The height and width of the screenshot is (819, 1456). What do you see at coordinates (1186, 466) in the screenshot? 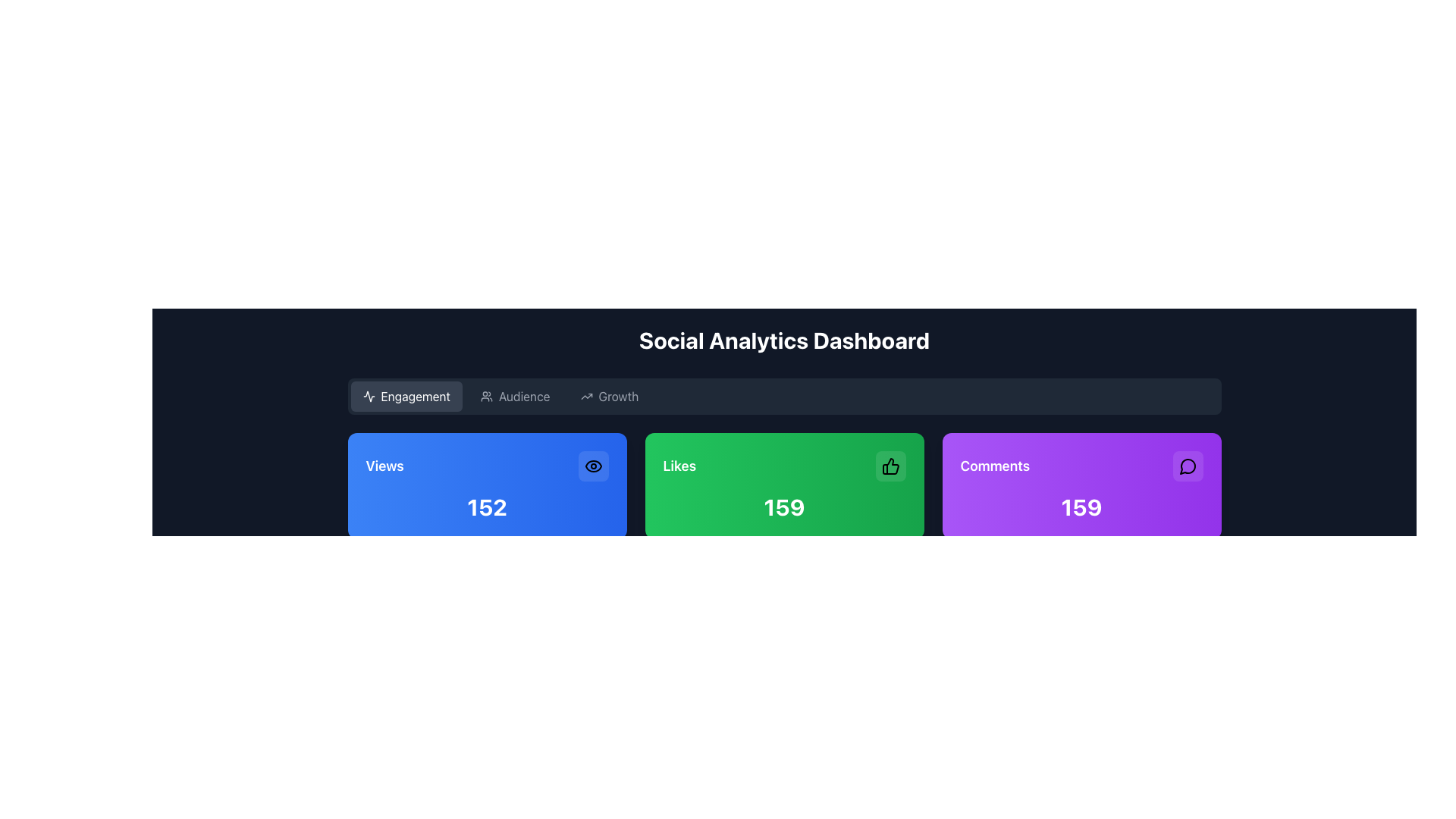
I see `the comments icon located at the top-right corner of the purple 'Comments' card that contains the number '159'` at bounding box center [1186, 466].